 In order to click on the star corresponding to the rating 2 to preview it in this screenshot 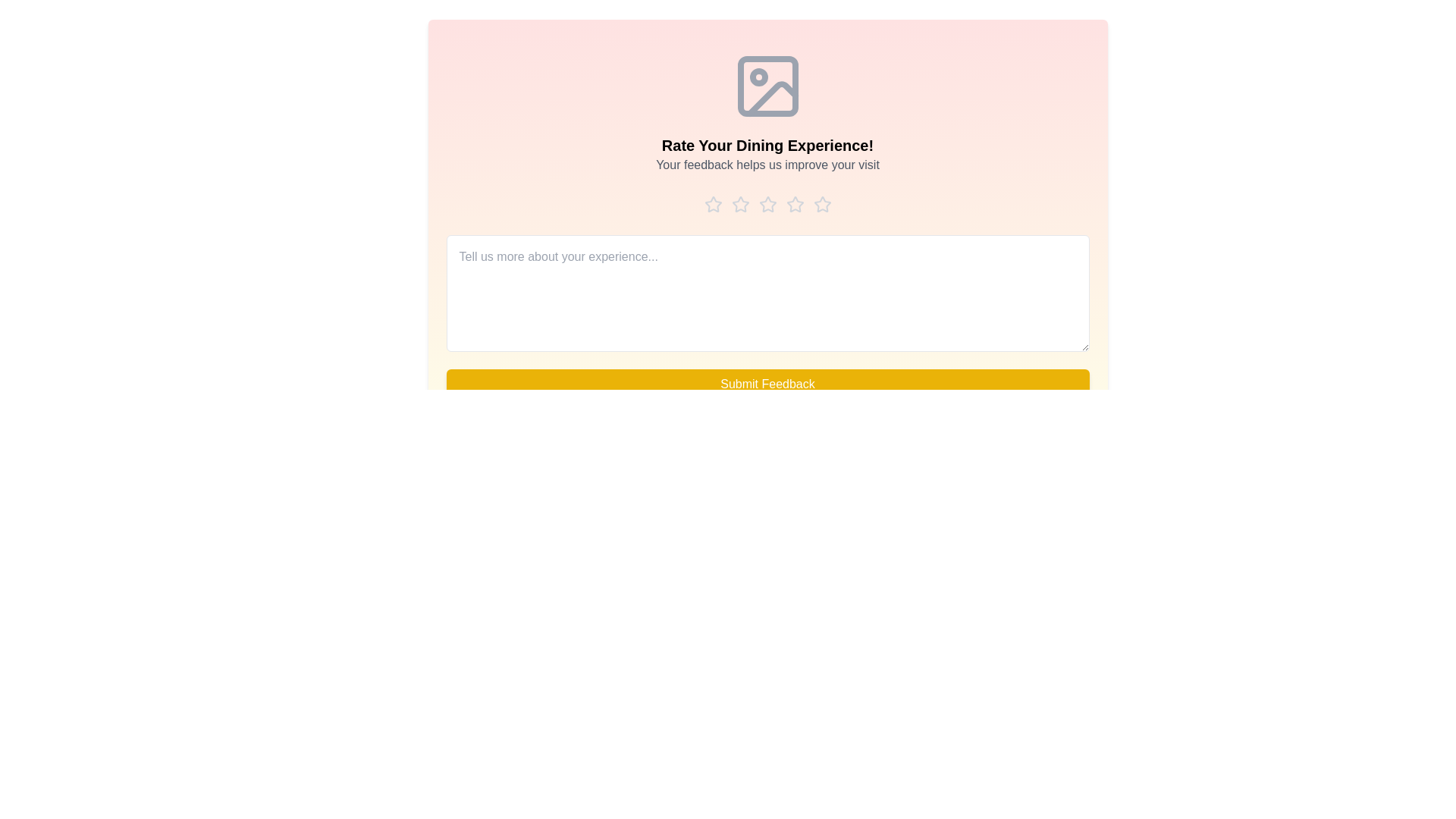, I will do `click(740, 205)`.